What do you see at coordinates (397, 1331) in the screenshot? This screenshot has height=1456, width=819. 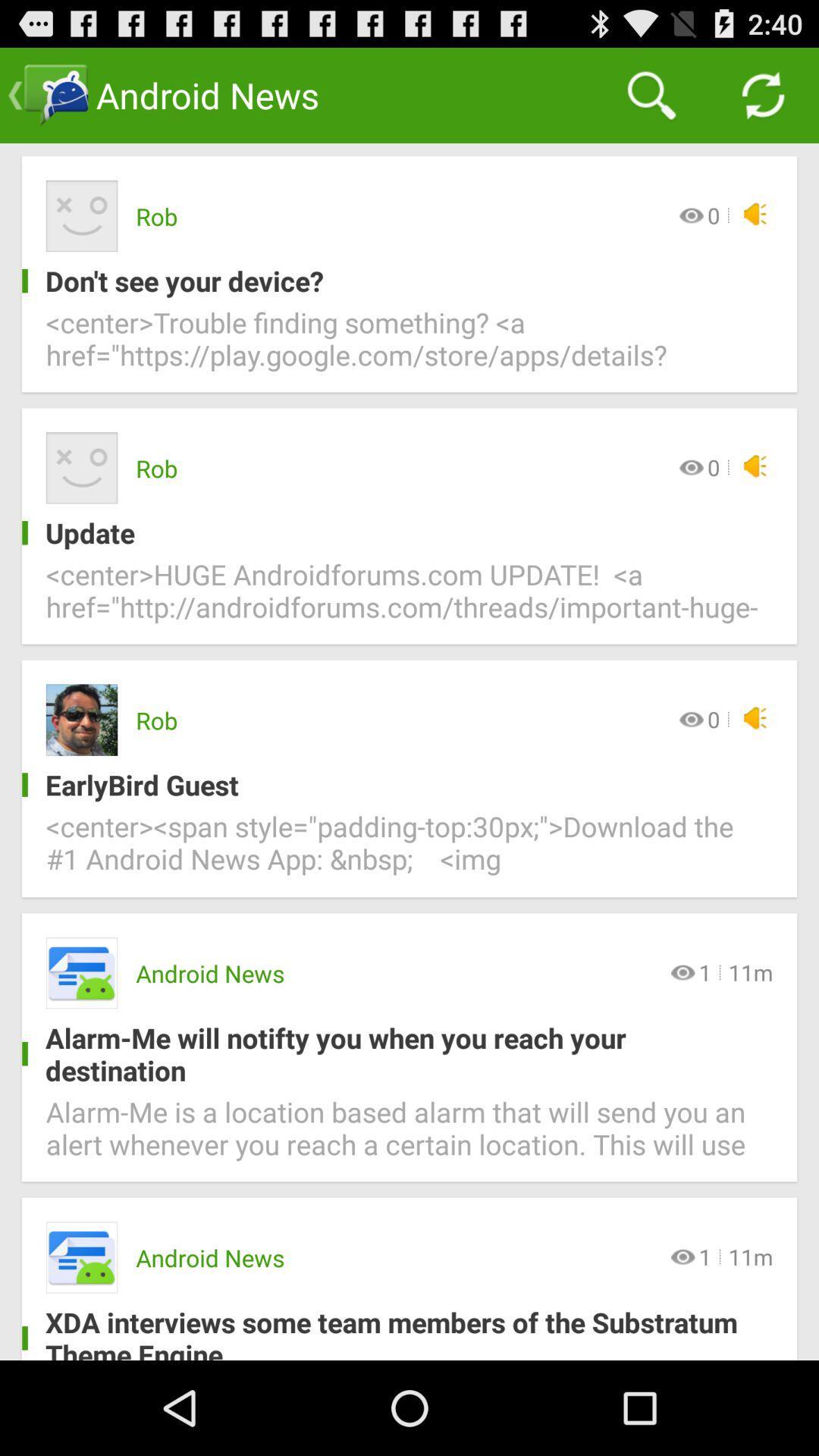 I see `xda interviews some item` at bounding box center [397, 1331].